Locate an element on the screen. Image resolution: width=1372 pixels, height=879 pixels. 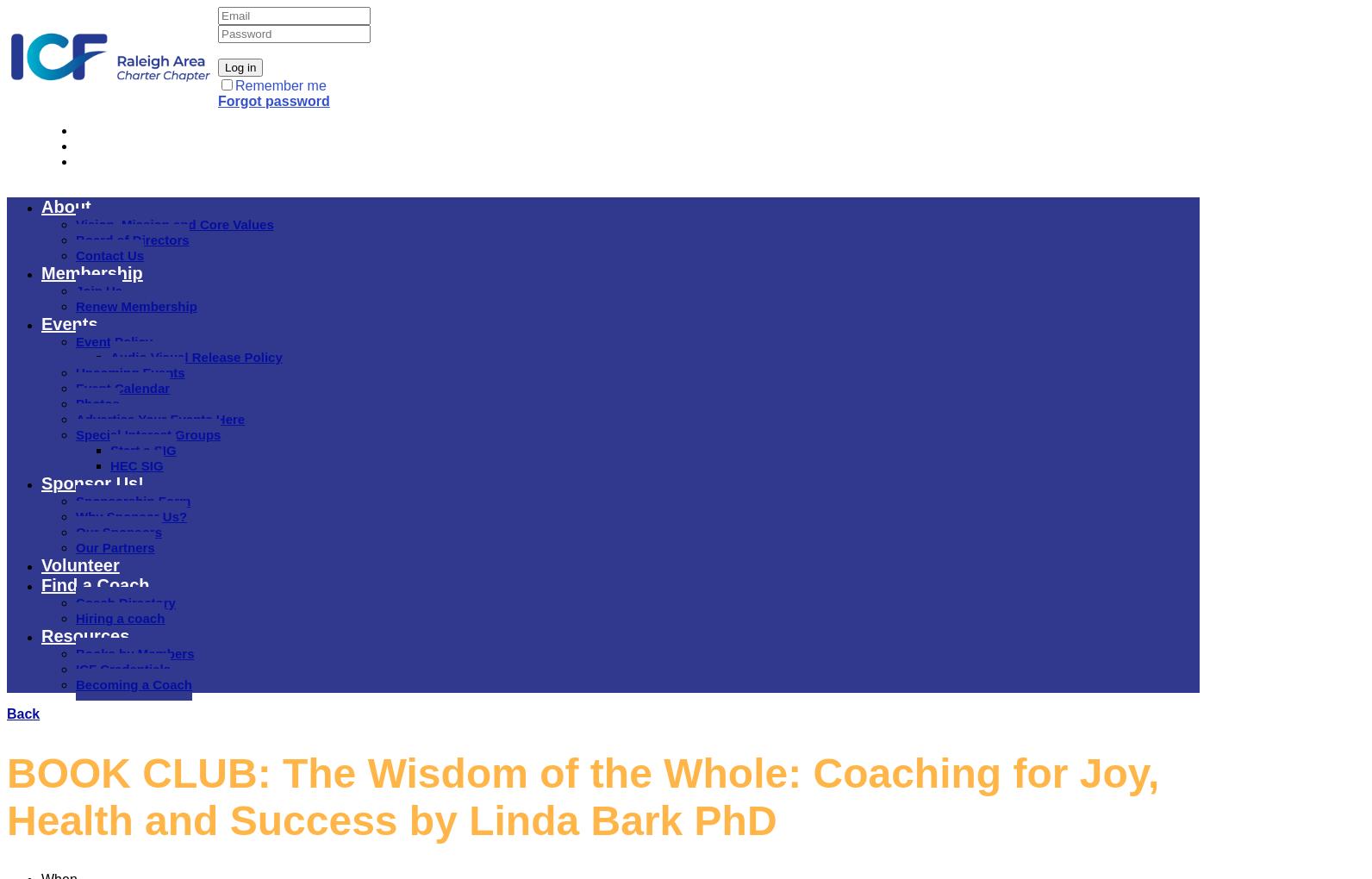
'Special Interest Groups' is located at coordinates (147, 434).